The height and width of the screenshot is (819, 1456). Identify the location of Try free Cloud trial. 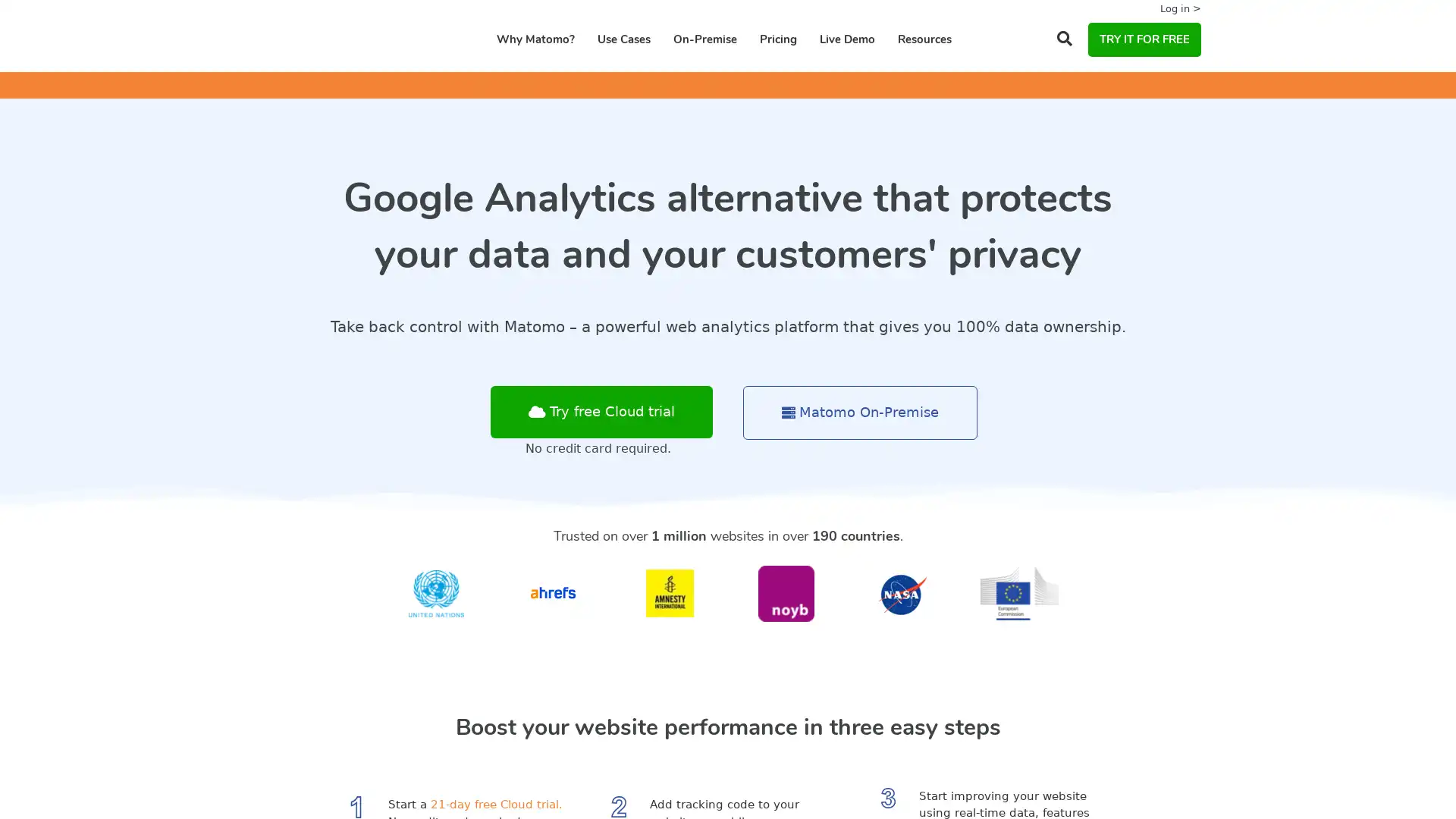
(601, 412).